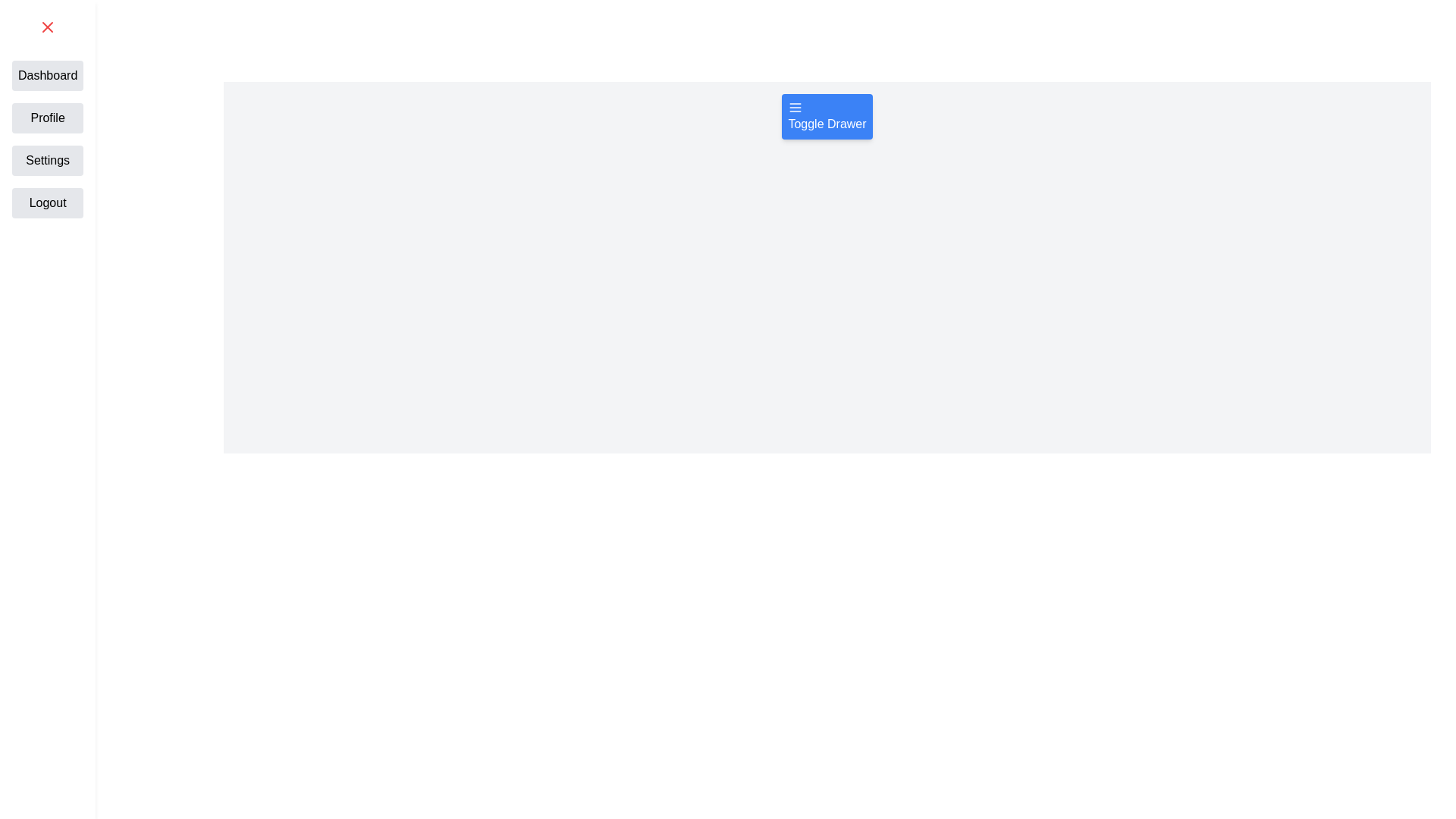 The height and width of the screenshot is (819, 1456). What do you see at coordinates (47, 202) in the screenshot?
I see `the button labeled Logout` at bounding box center [47, 202].